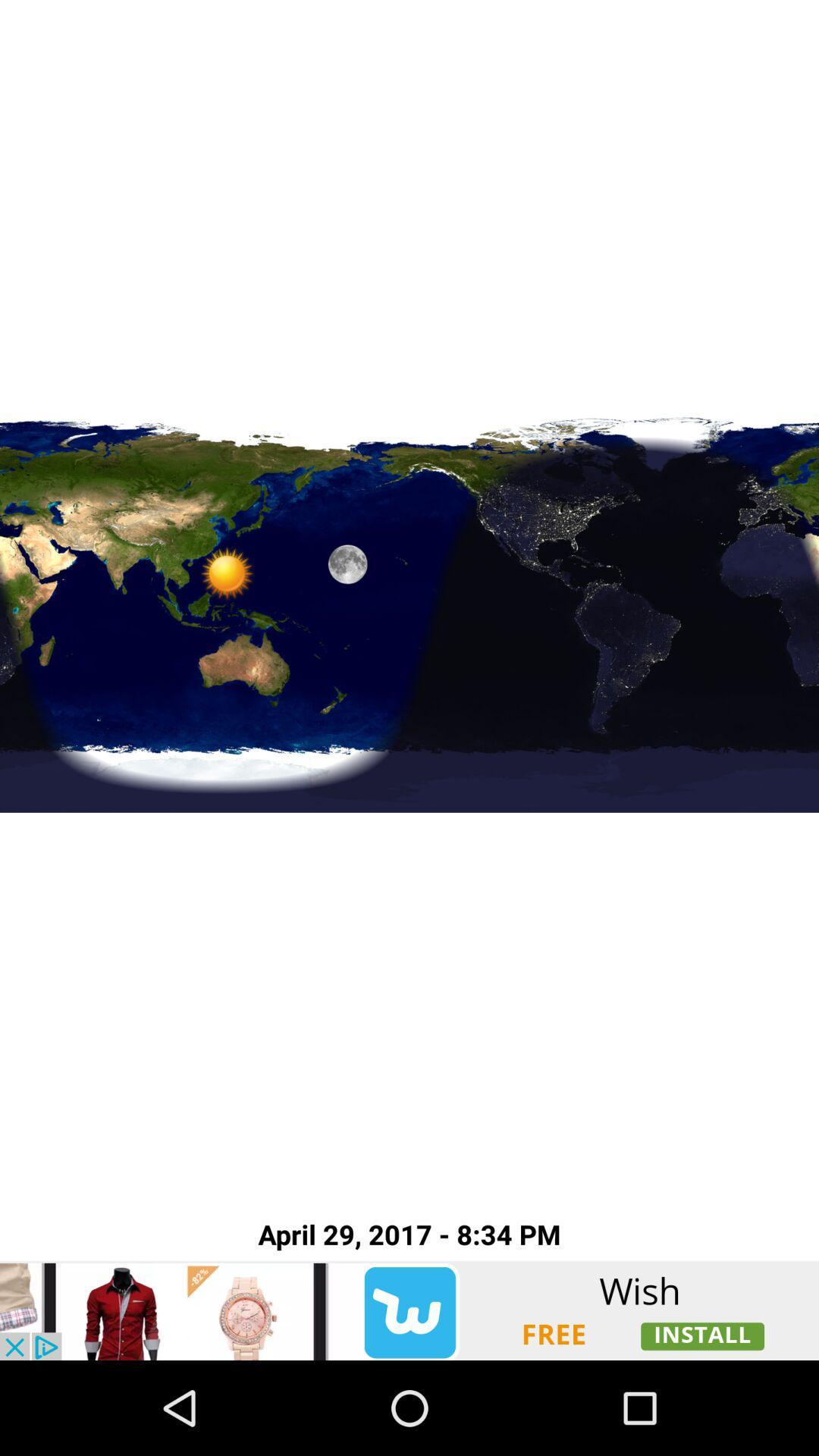 The image size is (819, 1456). I want to click on advertisement button, so click(409, 1310).